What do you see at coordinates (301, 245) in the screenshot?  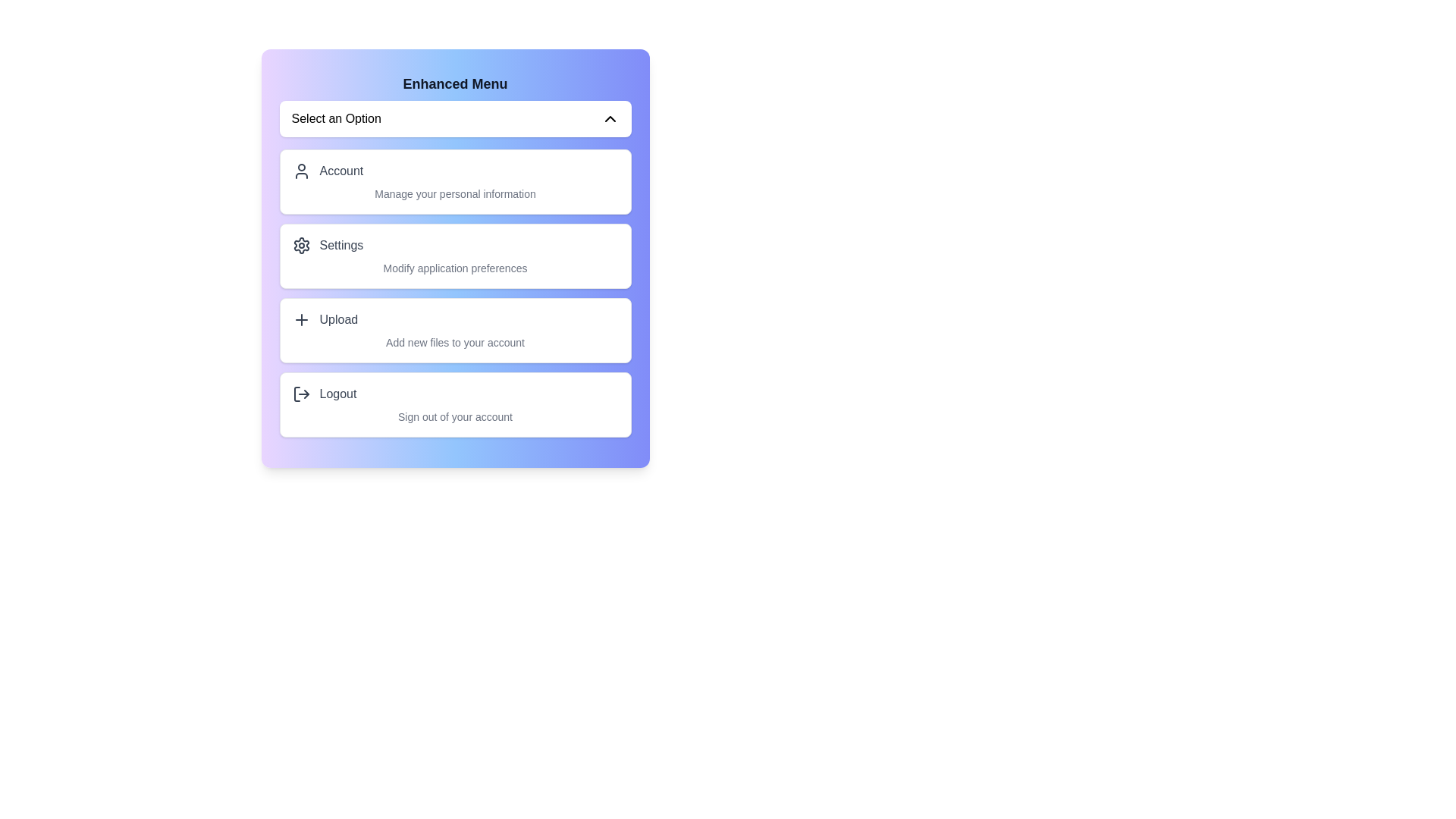 I see `the icon corresponding to Settings` at bounding box center [301, 245].